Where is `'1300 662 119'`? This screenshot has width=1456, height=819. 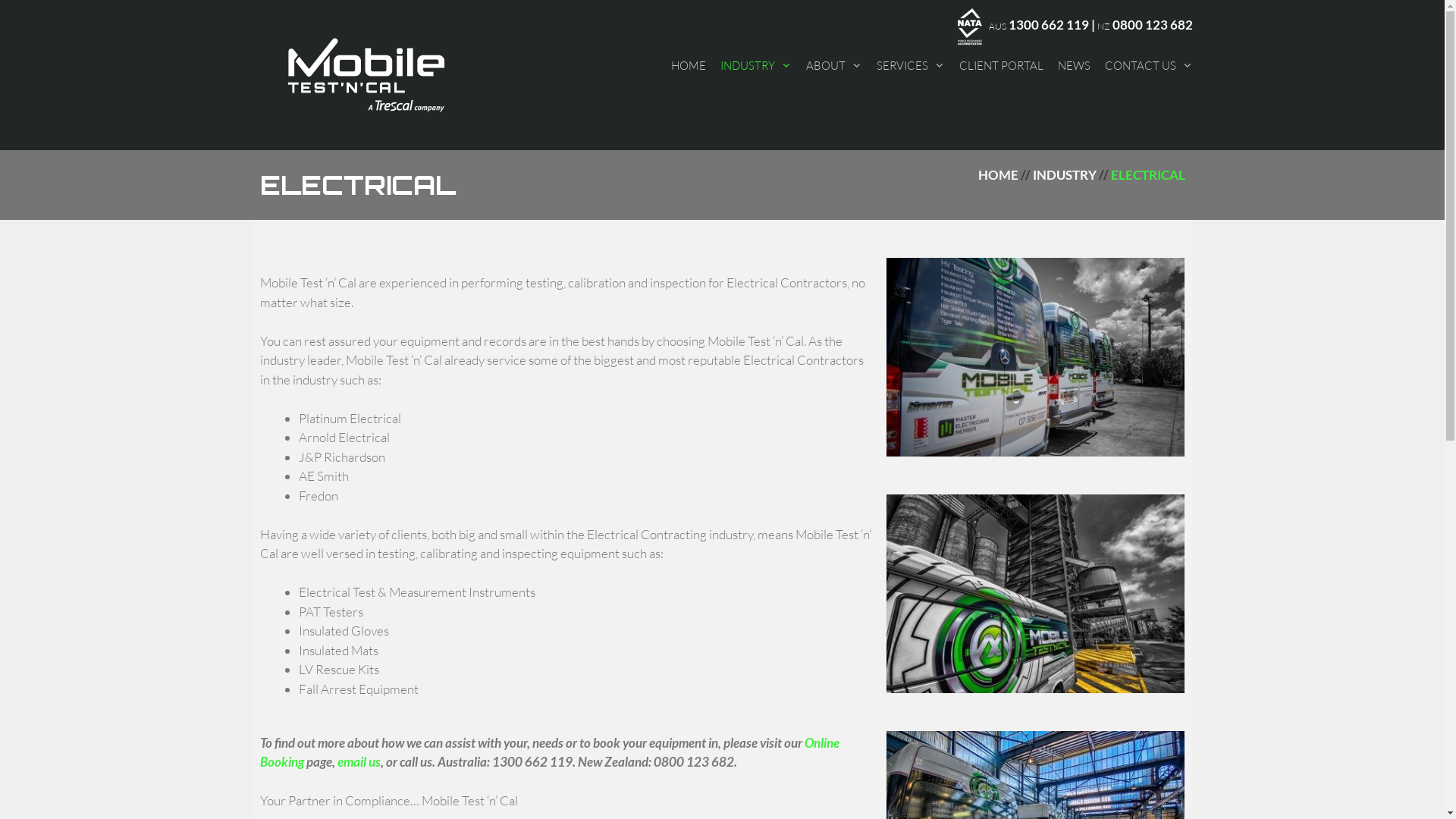
'1300 662 119' is located at coordinates (1047, 24).